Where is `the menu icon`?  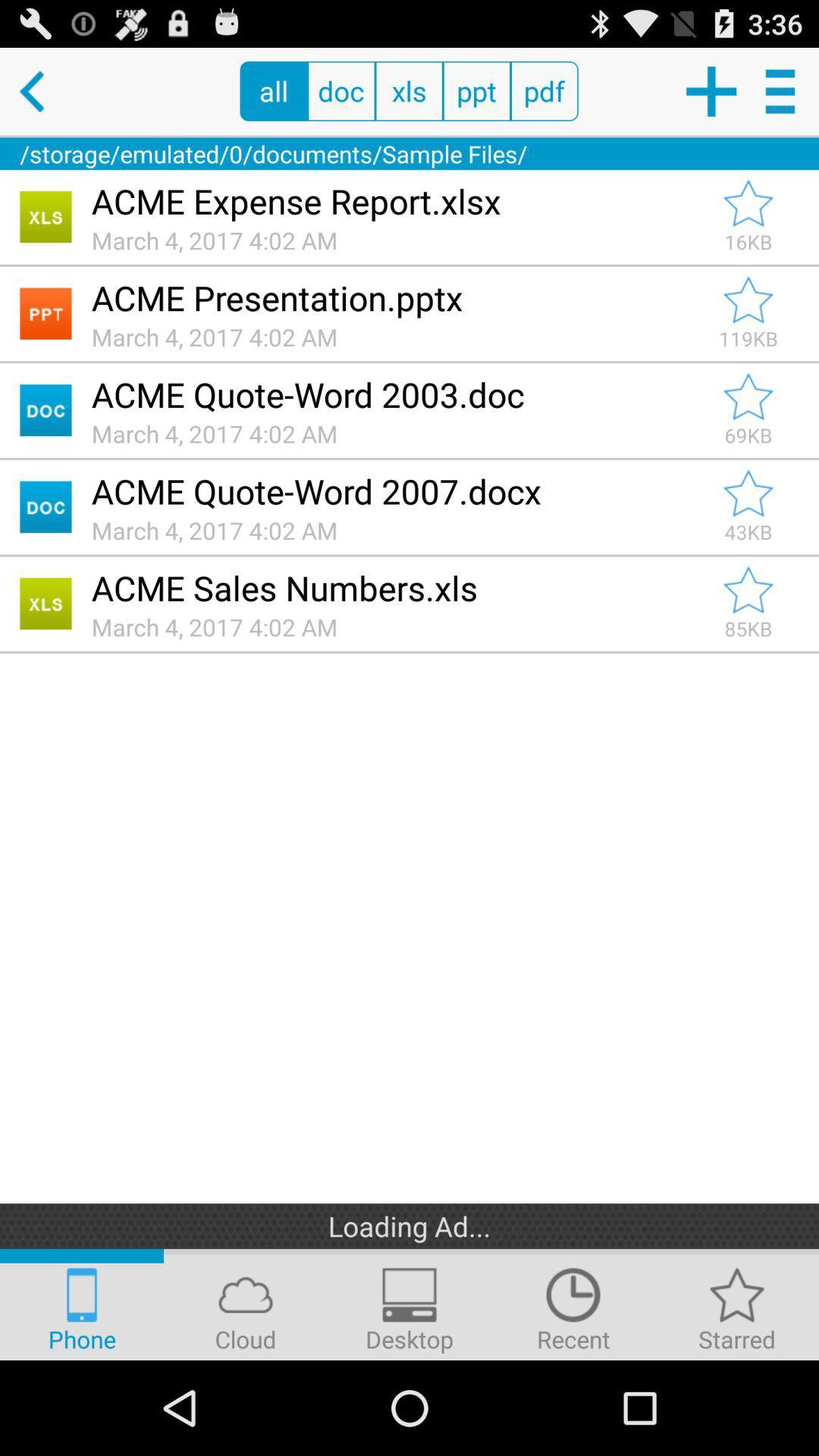 the menu icon is located at coordinates (783, 97).